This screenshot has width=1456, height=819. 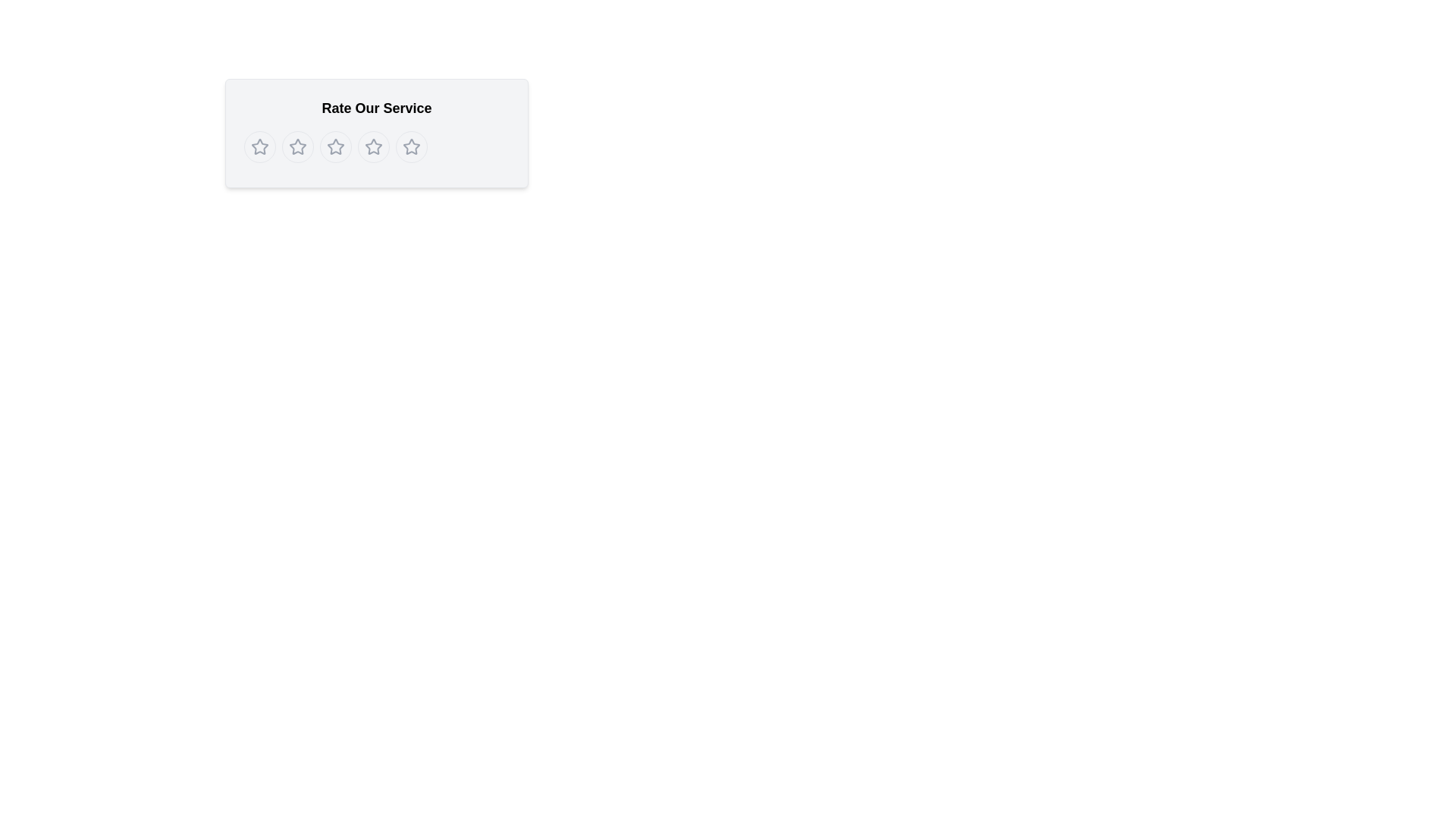 What do you see at coordinates (297, 146) in the screenshot?
I see `the second star icon in the 5-star rating system` at bounding box center [297, 146].